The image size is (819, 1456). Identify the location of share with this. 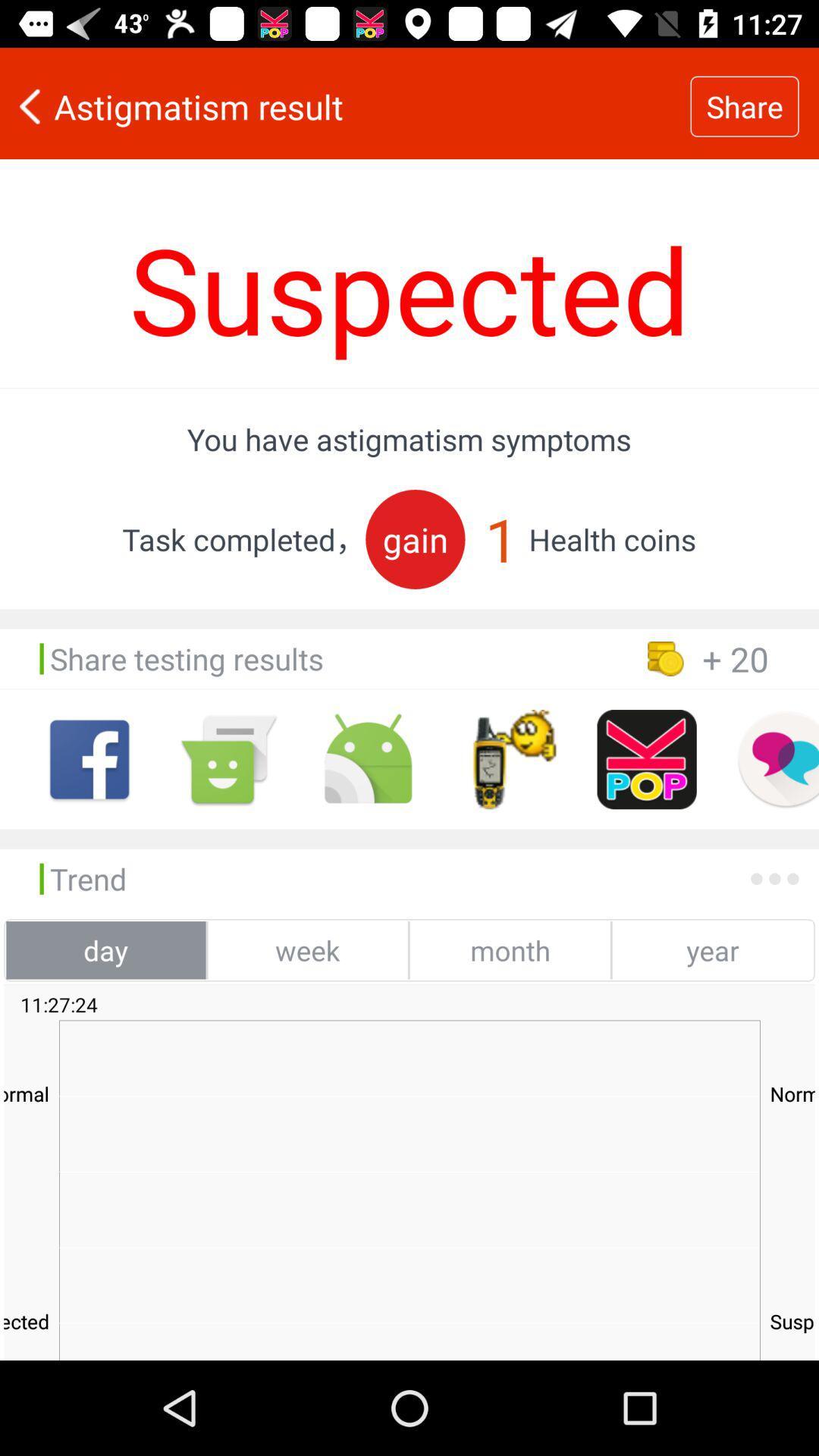
(368, 759).